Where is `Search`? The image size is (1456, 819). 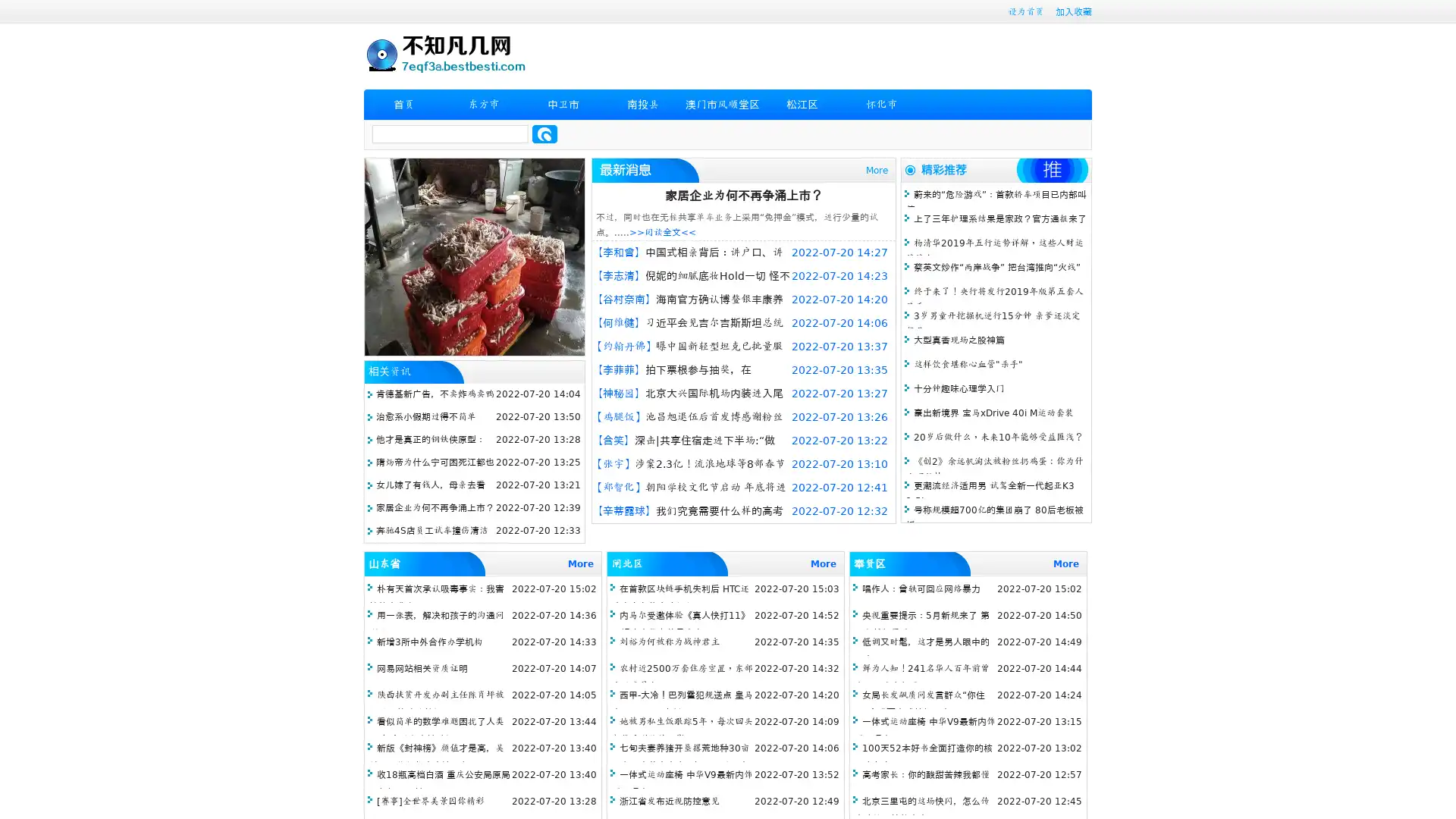
Search is located at coordinates (544, 133).